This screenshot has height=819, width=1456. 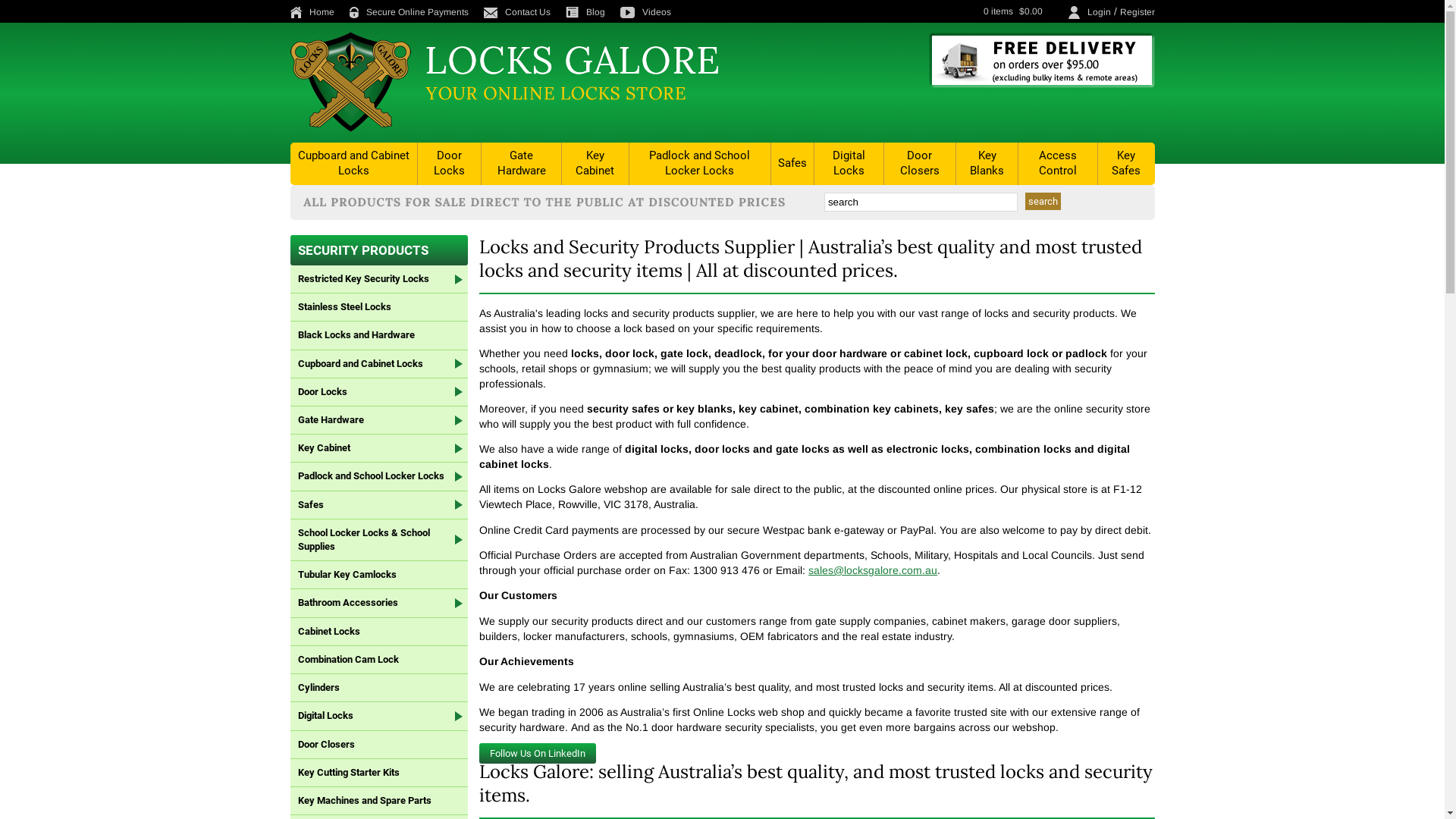 What do you see at coordinates (353, 163) in the screenshot?
I see `'Cupboard and Cabinet Locks'` at bounding box center [353, 163].